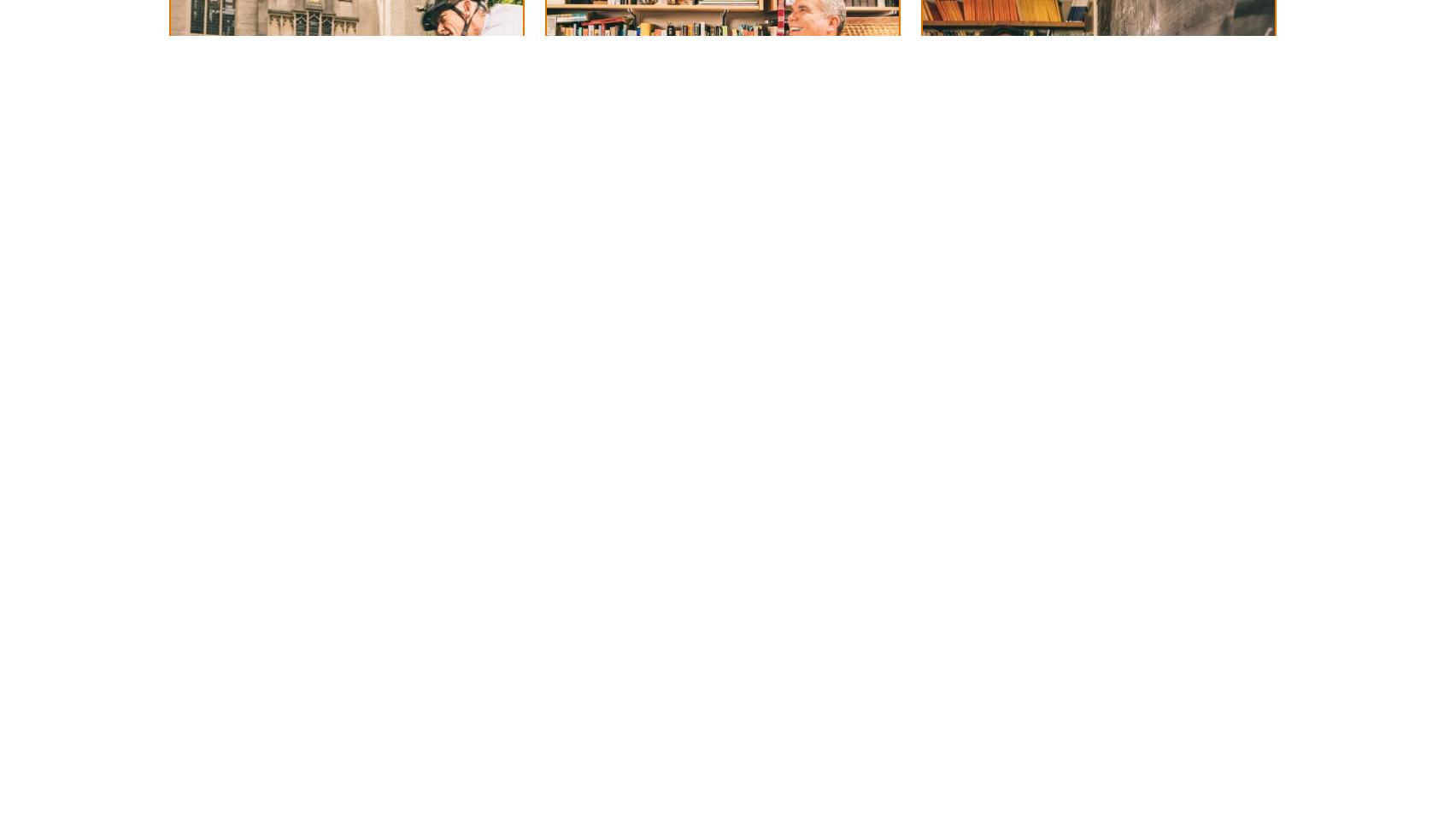 The image size is (1456, 837). I want to click on 'Dean of the College.', so click(661, 178).